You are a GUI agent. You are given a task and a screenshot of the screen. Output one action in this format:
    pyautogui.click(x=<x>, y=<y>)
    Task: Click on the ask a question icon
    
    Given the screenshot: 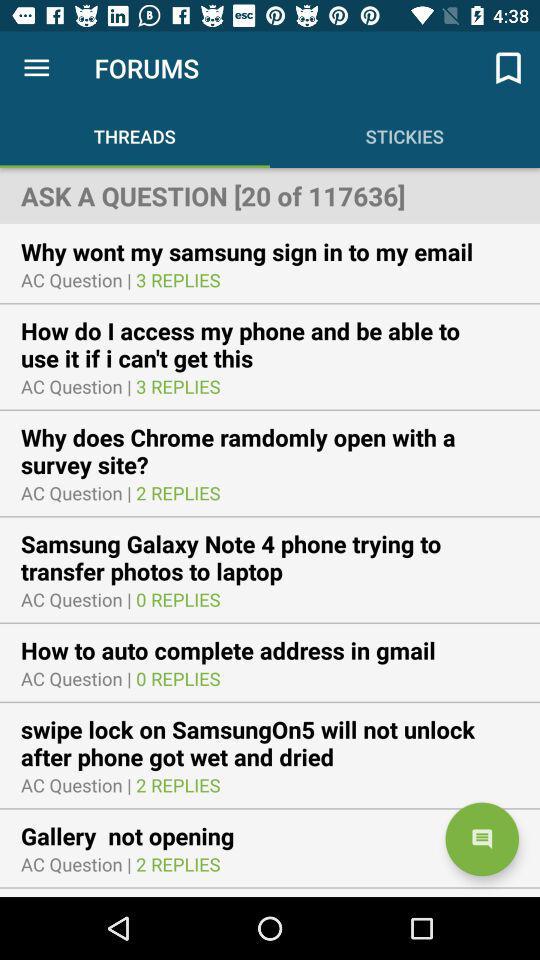 What is the action you would take?
    pyautogui.click(x=270, y=195)
    